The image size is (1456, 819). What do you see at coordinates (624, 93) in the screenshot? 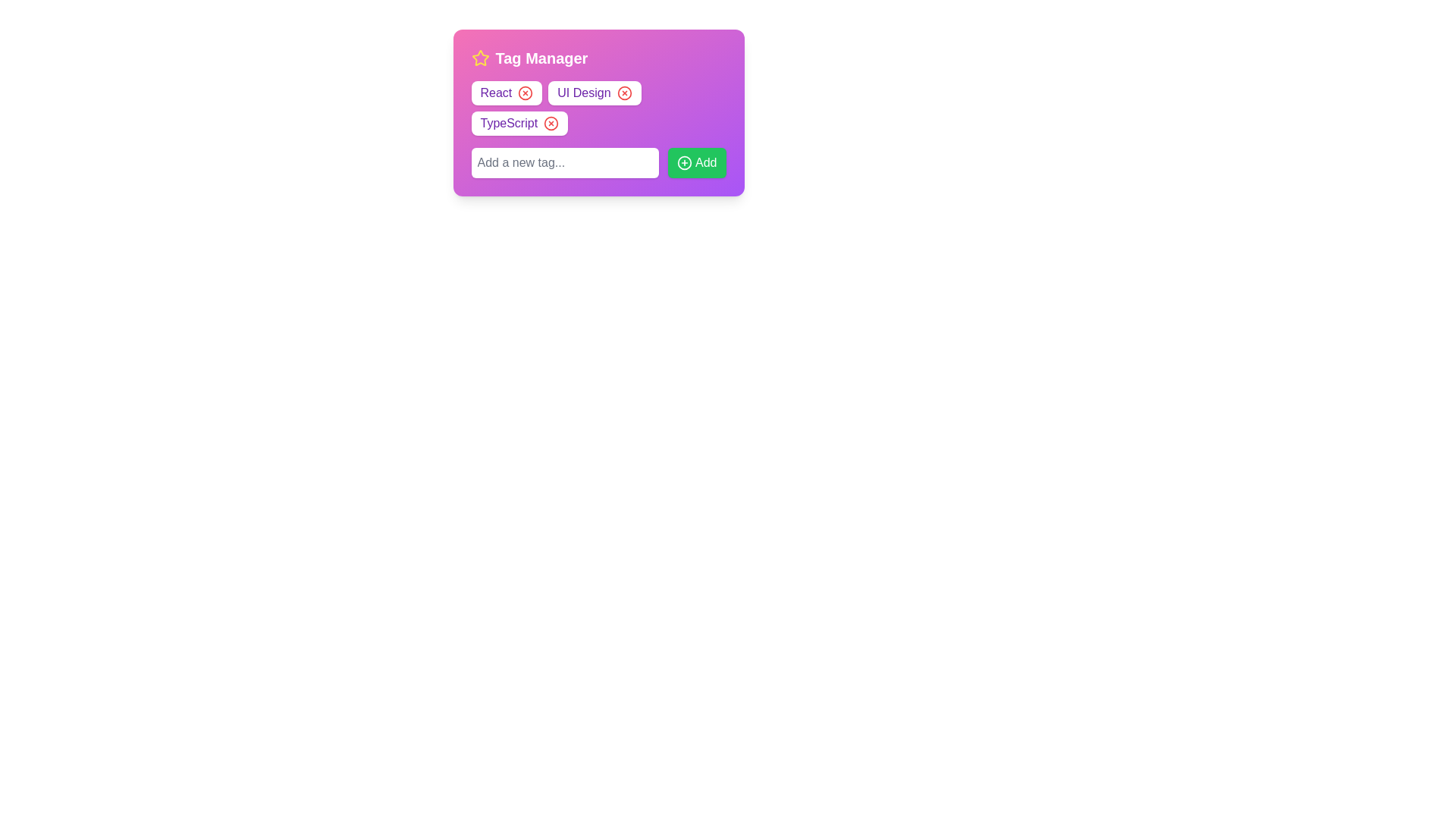
I see `the delete button for the 'UI Design' tag in the 'Tag Manager' modal` at bounding box center [624, 93].